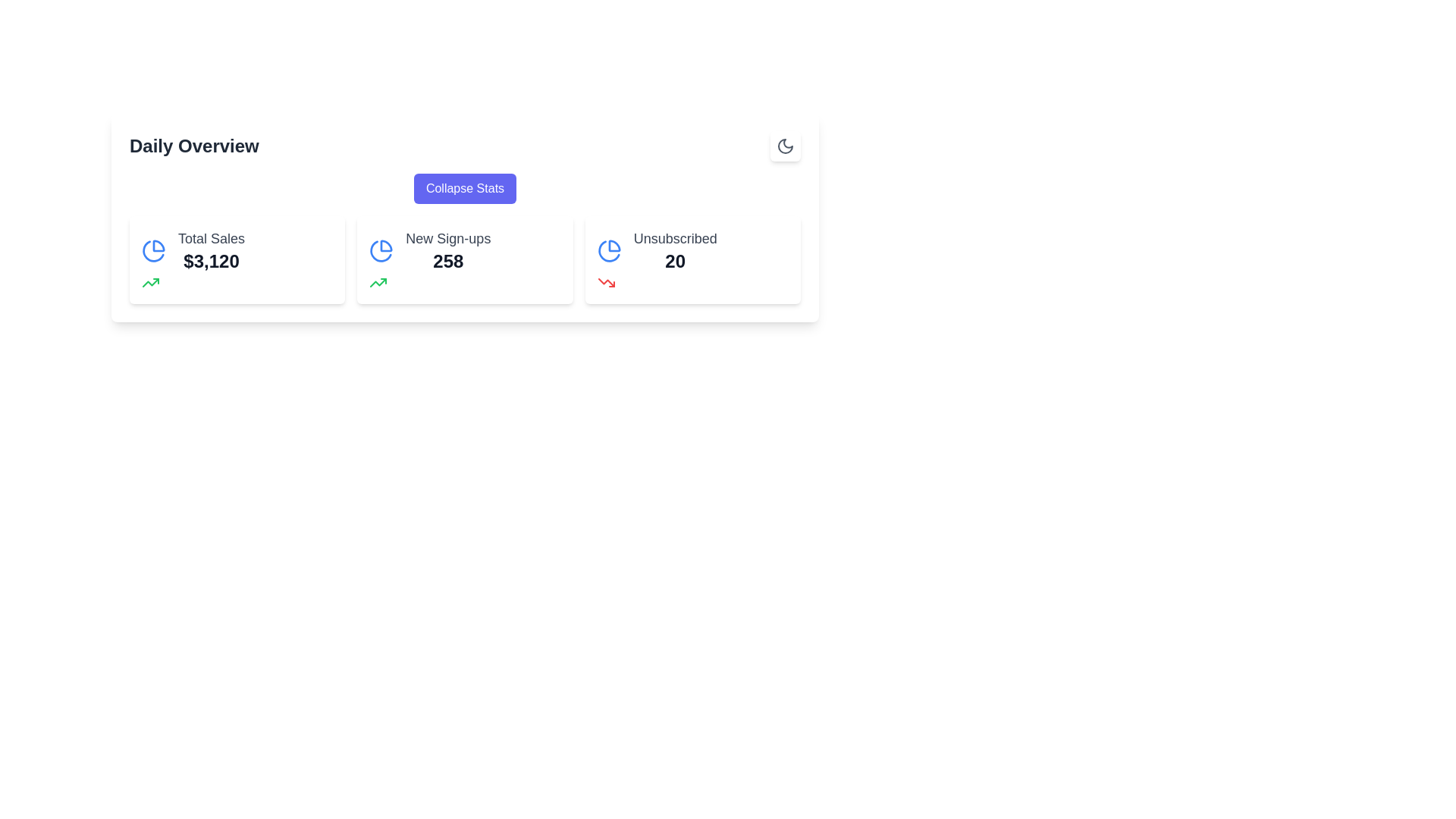 The width and height of the screenshot is (1456, 819). I want to click on the crescent moon icon with a dark outline, which is part of an SVG group styled in light gray, located near the top-right corner of the interface, so click(786, 146).